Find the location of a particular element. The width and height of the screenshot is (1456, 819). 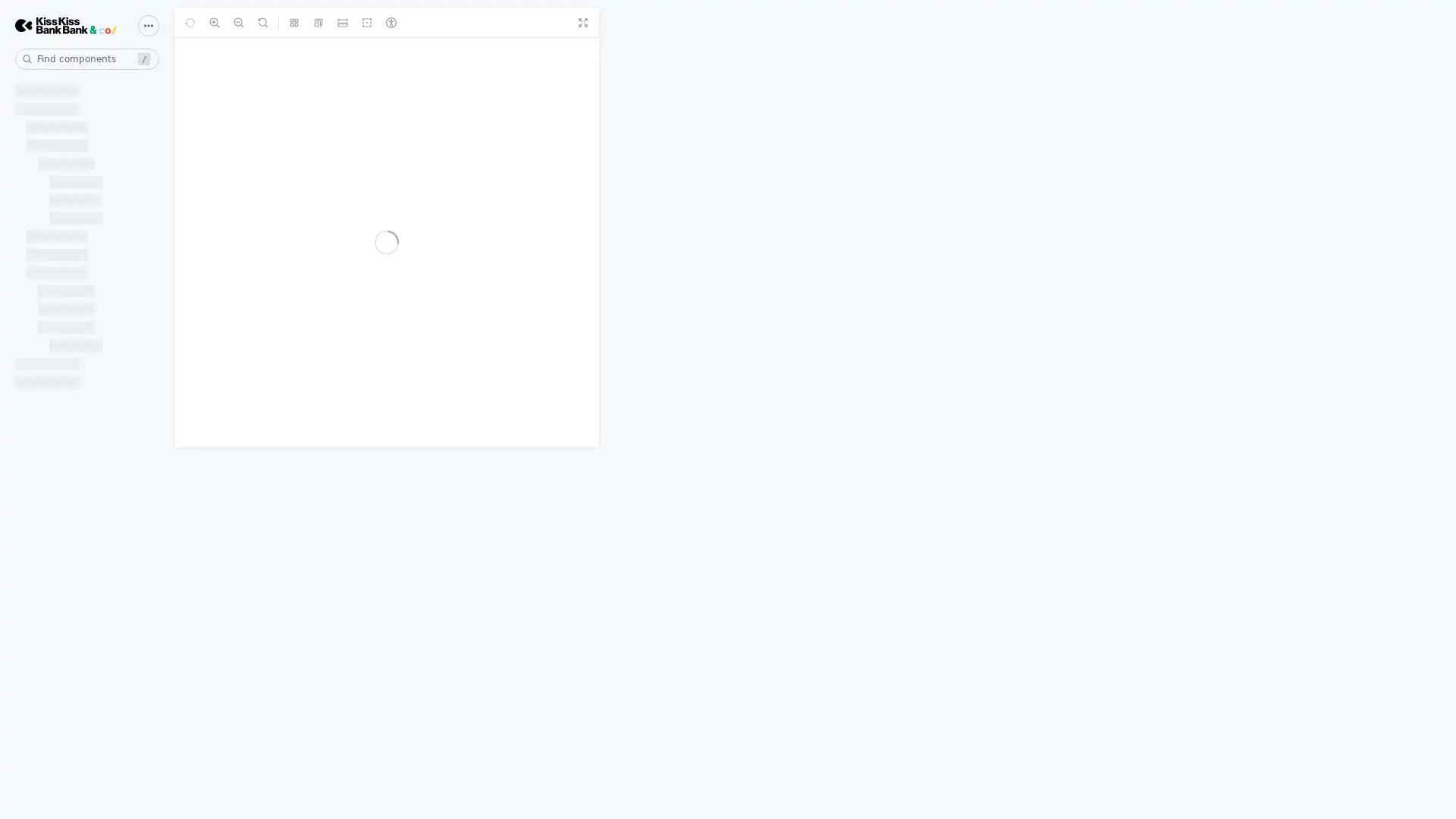

Canvas is located at coordinates (205, 23).